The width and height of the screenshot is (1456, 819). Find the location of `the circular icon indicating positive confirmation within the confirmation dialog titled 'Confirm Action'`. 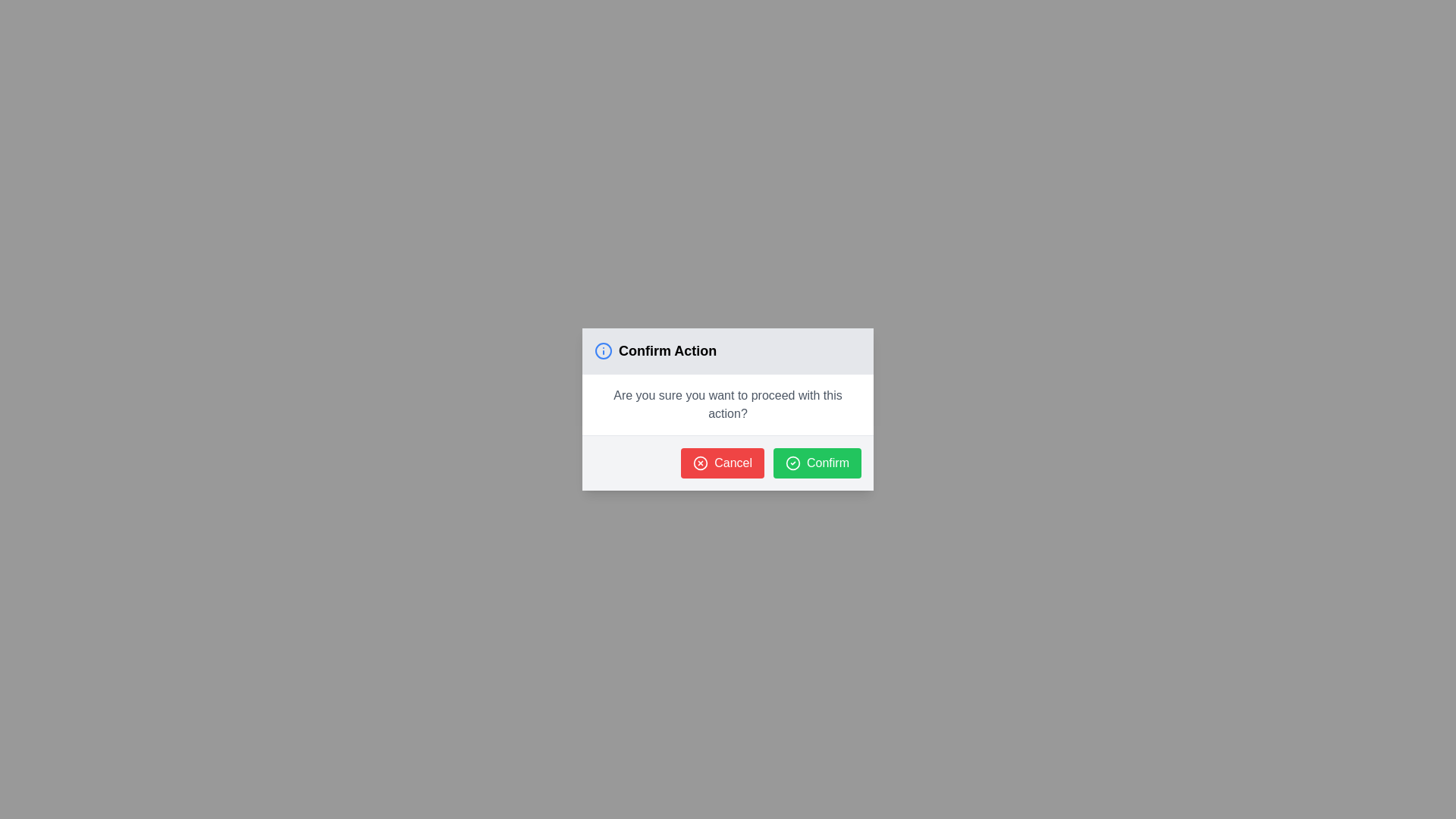

the circular icon indicating positive confirmation within the confirmation dialog titled 'Confirm Action' is located at coordinates (792, 462).